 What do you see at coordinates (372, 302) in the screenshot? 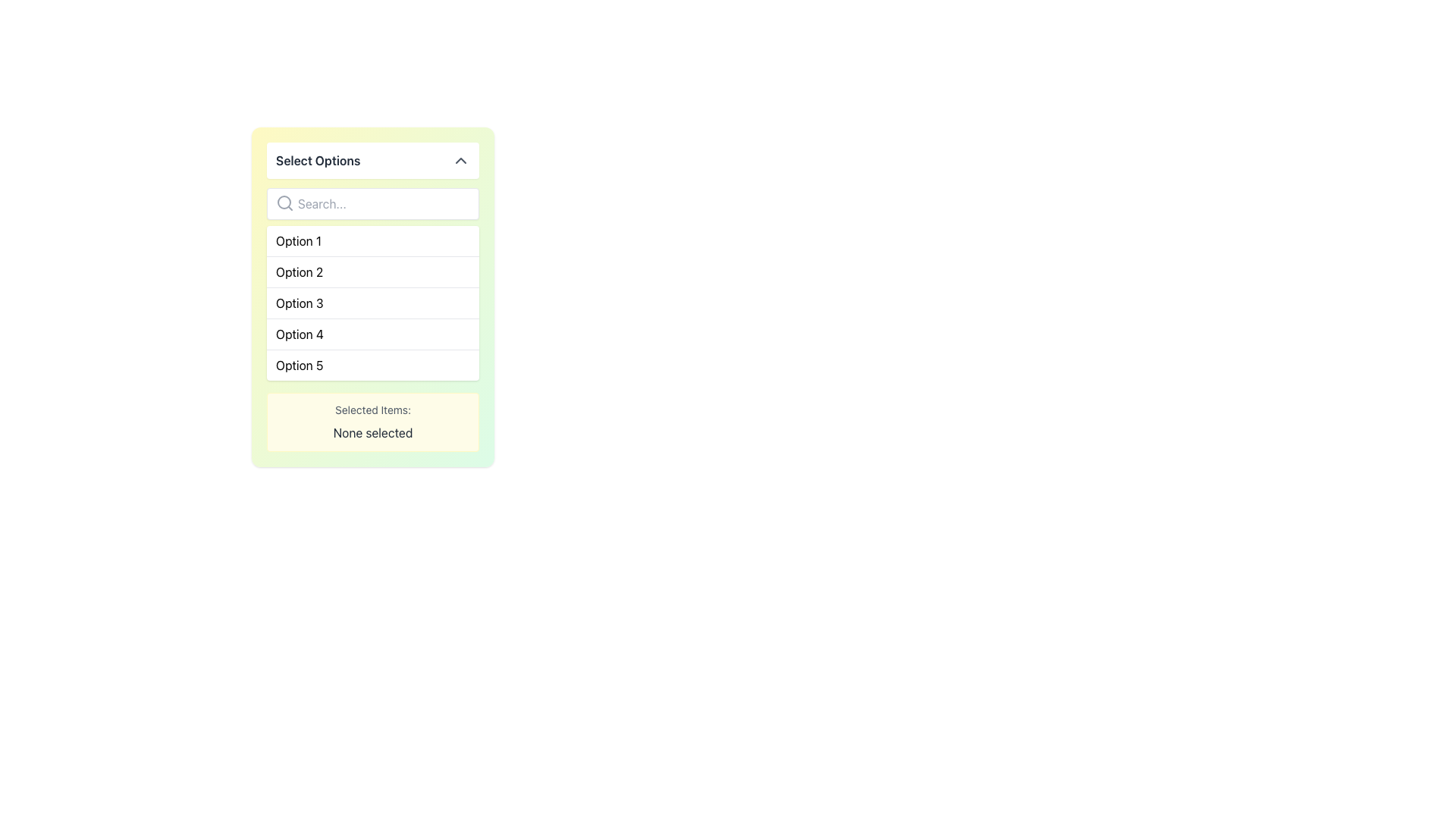
I see `to select the list item labeled 'Option 3', which is the third item in a vertically aligned list of options` at bounding box center [372, 302].